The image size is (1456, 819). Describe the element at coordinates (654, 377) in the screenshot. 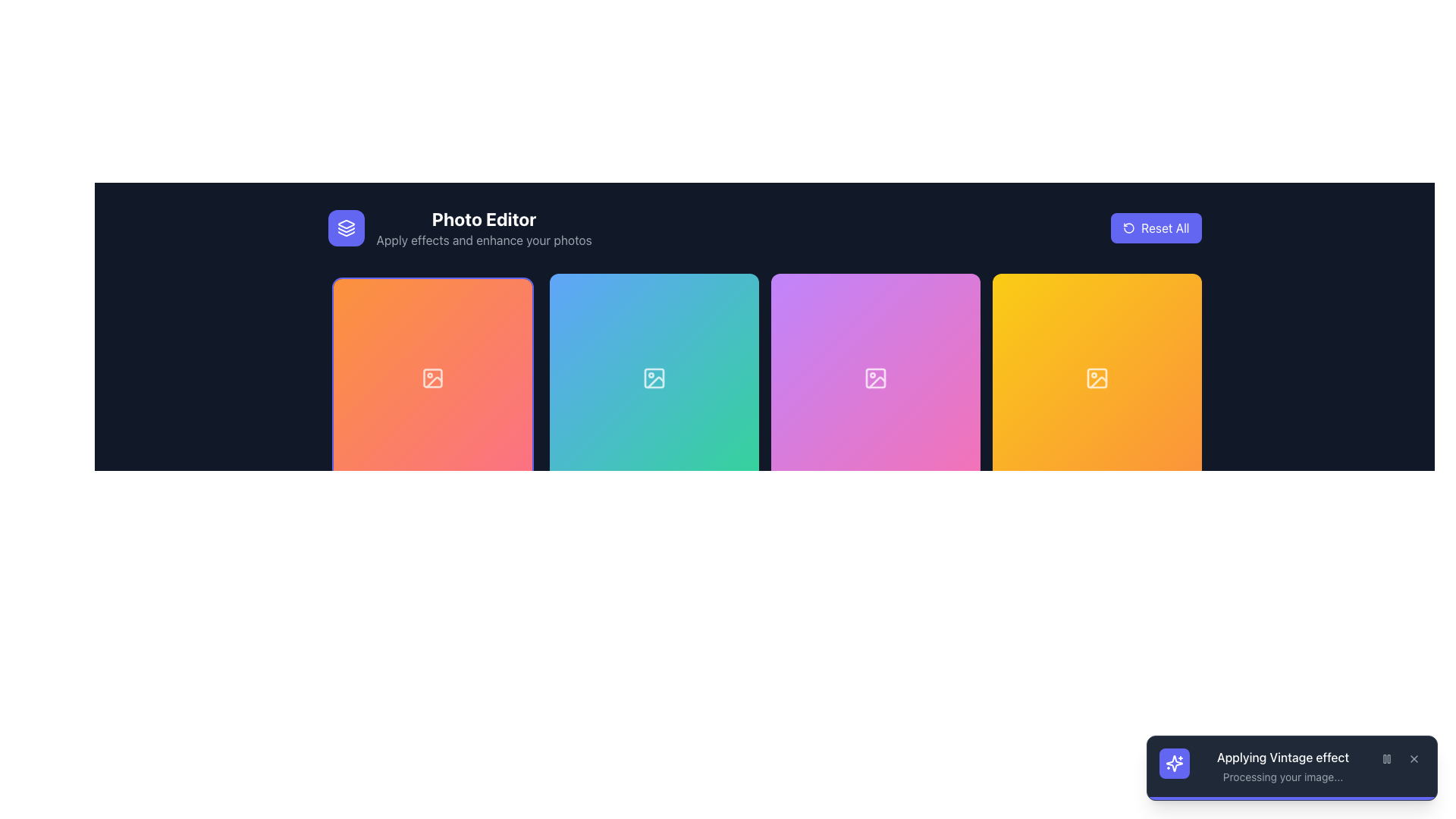

I see `the square button with a gradient background transitioning from blue to green, featuring a photo icon with a white outline` at that location.